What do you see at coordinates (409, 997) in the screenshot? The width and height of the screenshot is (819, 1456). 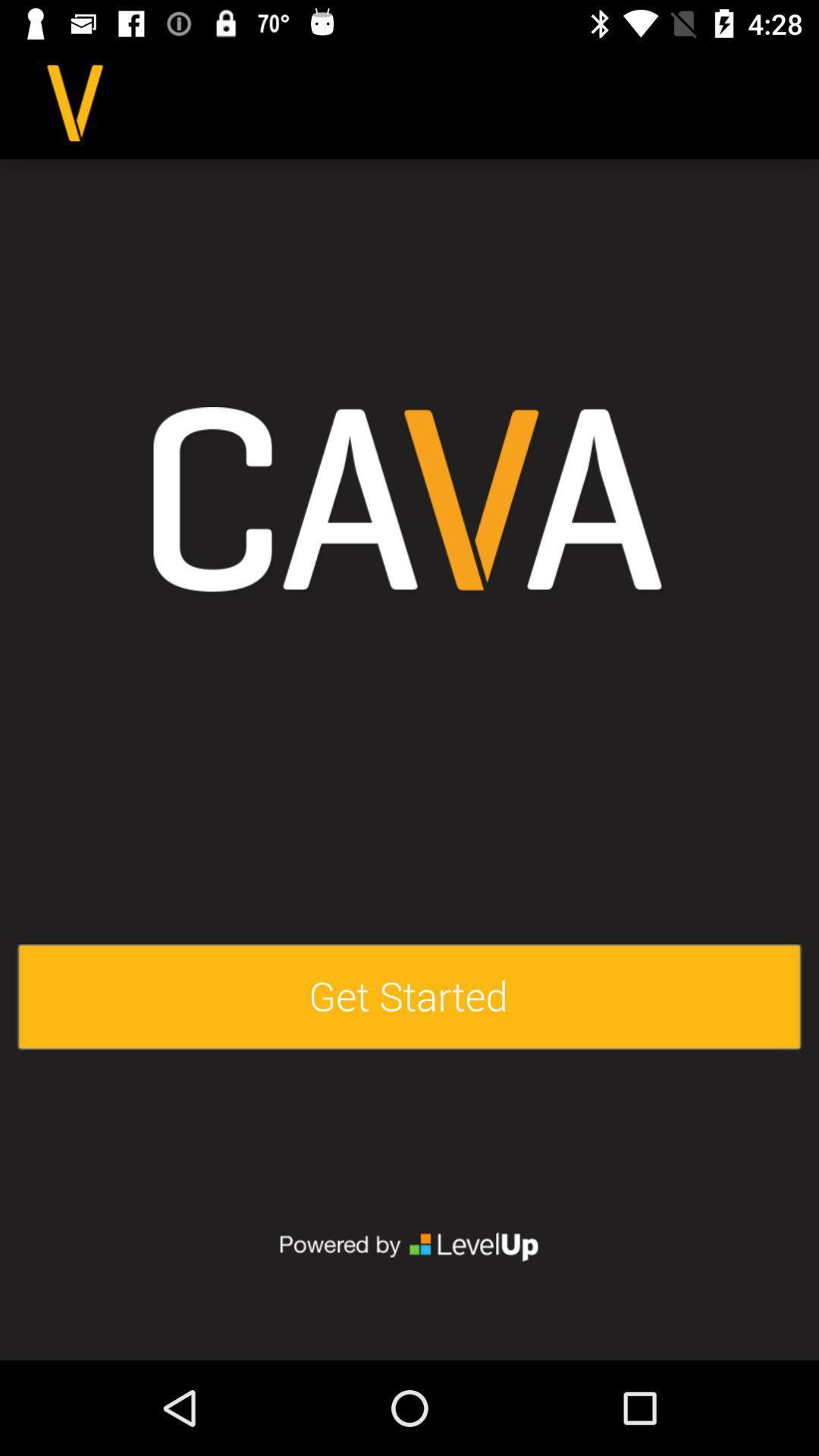 I see `get started item` at bounding box center [409, 997].